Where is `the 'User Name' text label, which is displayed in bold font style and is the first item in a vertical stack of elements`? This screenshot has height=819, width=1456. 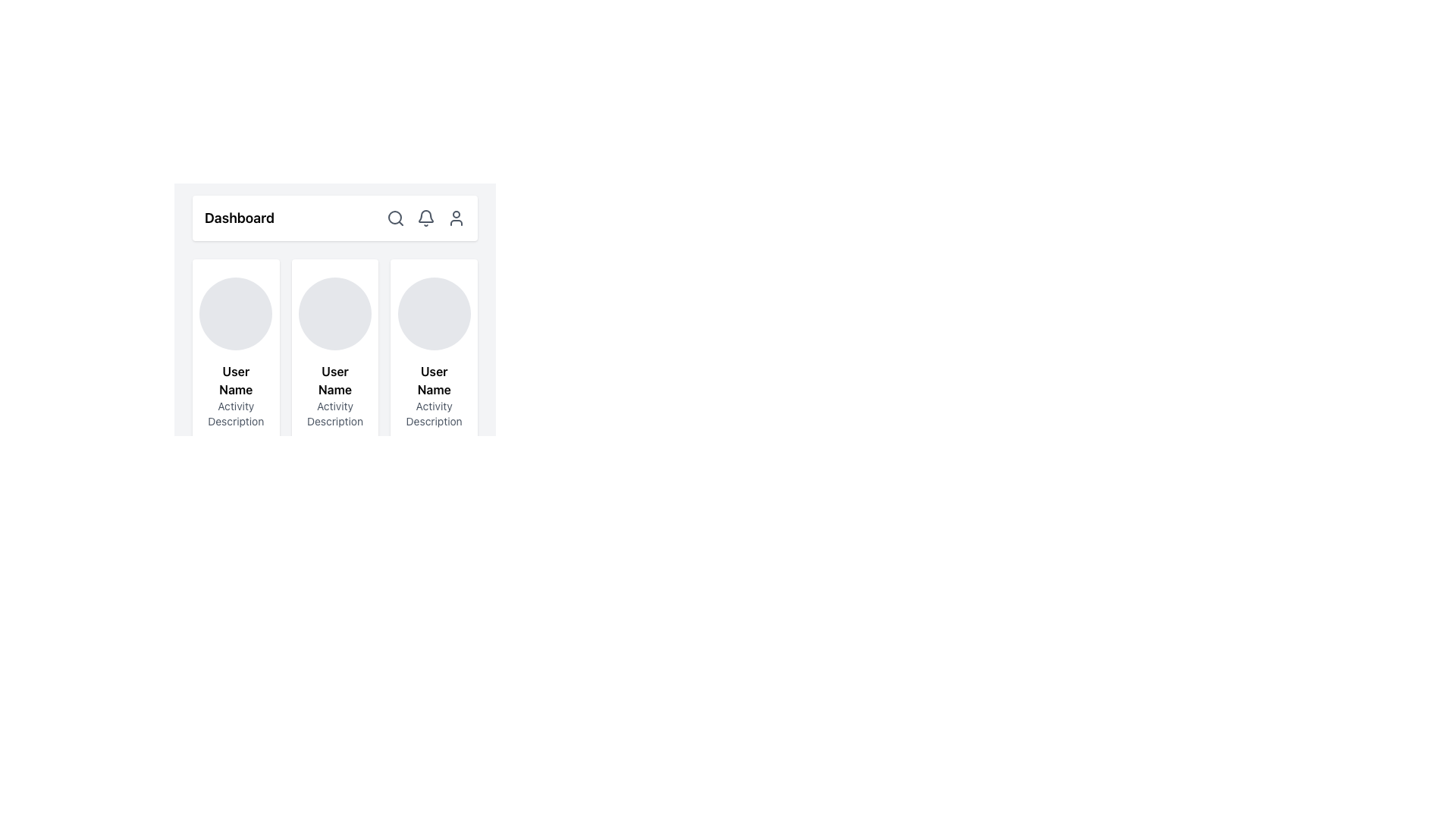
the 'User Name' text label, which is displayed in bold font style and is the first item in a vertical stack of elements is located at coordinates (235, 379).